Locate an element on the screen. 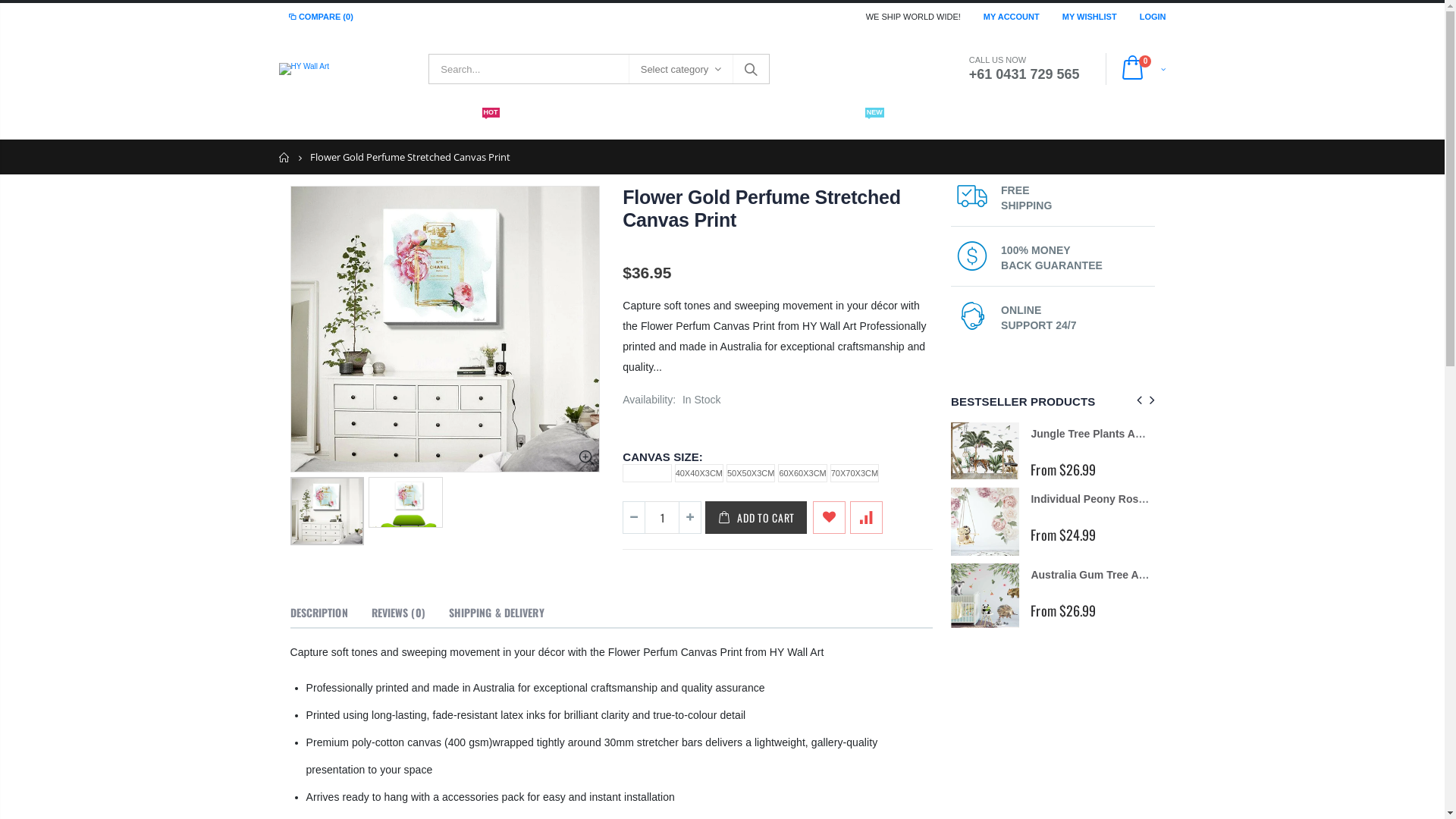 The width and height of the screenshot is (1456, 819). 'Select category' is located at coordinates (680, 69).